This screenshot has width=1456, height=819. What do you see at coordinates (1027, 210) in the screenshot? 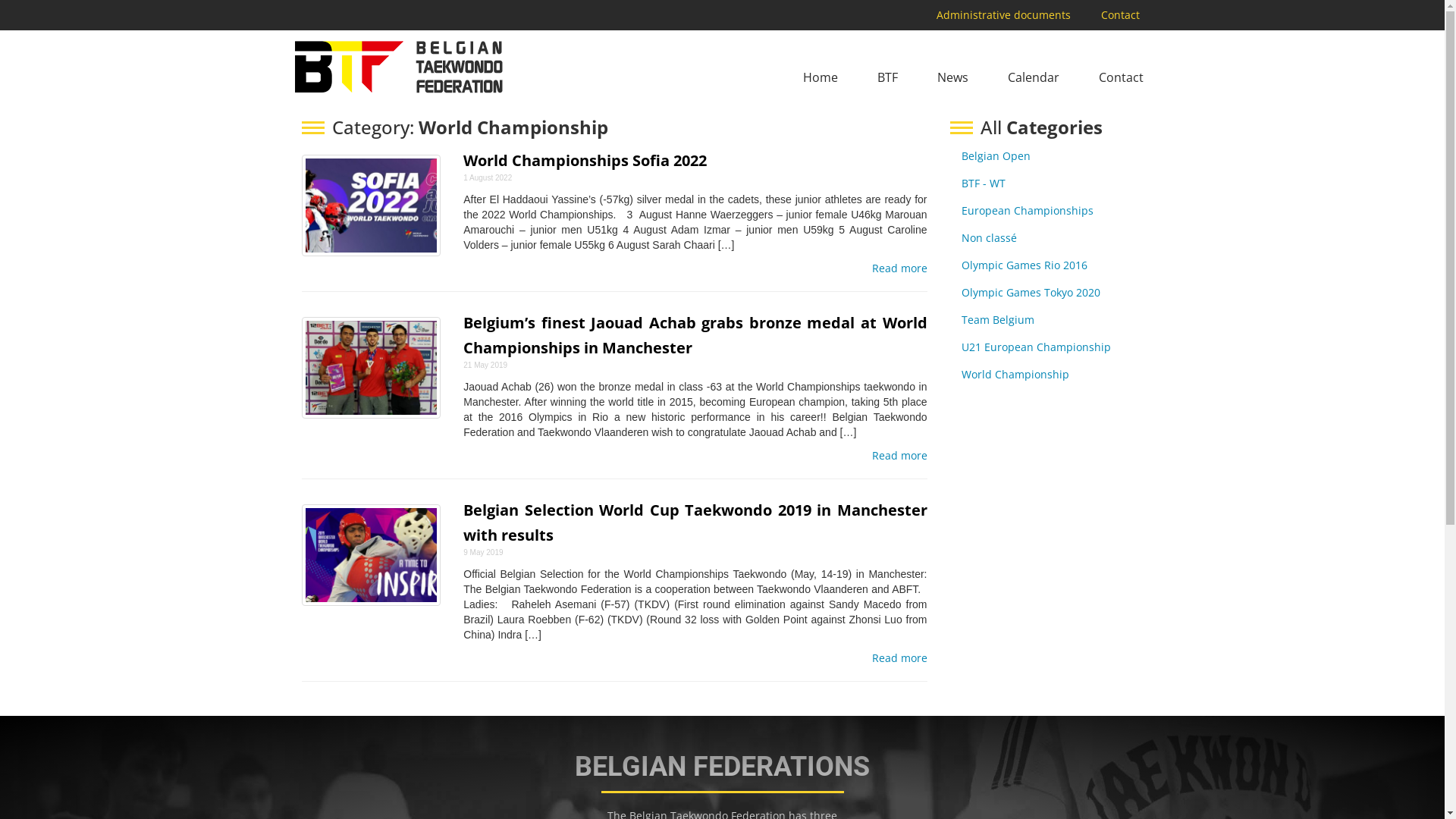
I see `'European Championships'` at bounding box center [1027, 210].